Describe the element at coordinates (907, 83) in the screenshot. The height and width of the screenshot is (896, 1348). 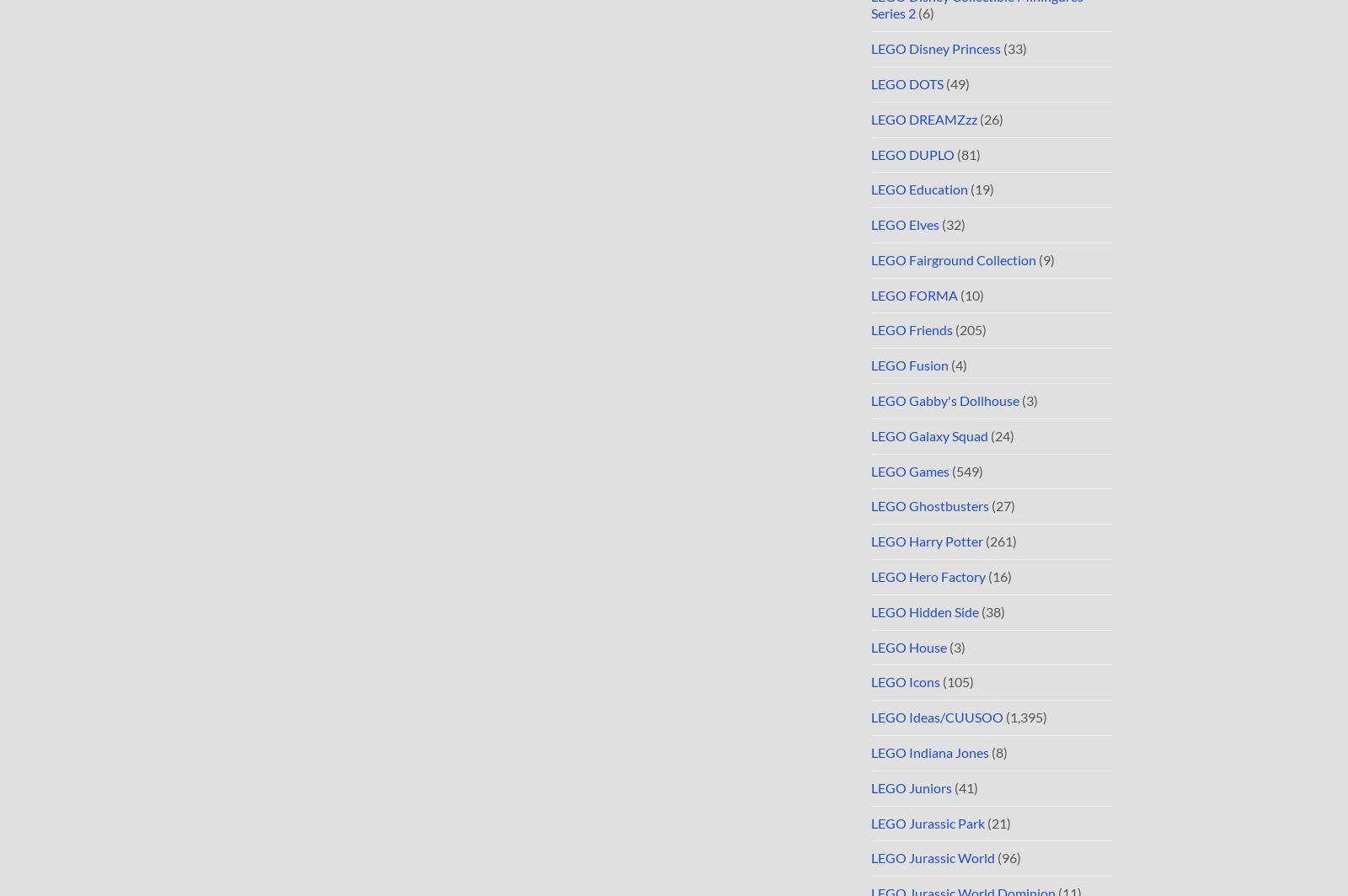
I see `'LEGO DOTS'` at that location.